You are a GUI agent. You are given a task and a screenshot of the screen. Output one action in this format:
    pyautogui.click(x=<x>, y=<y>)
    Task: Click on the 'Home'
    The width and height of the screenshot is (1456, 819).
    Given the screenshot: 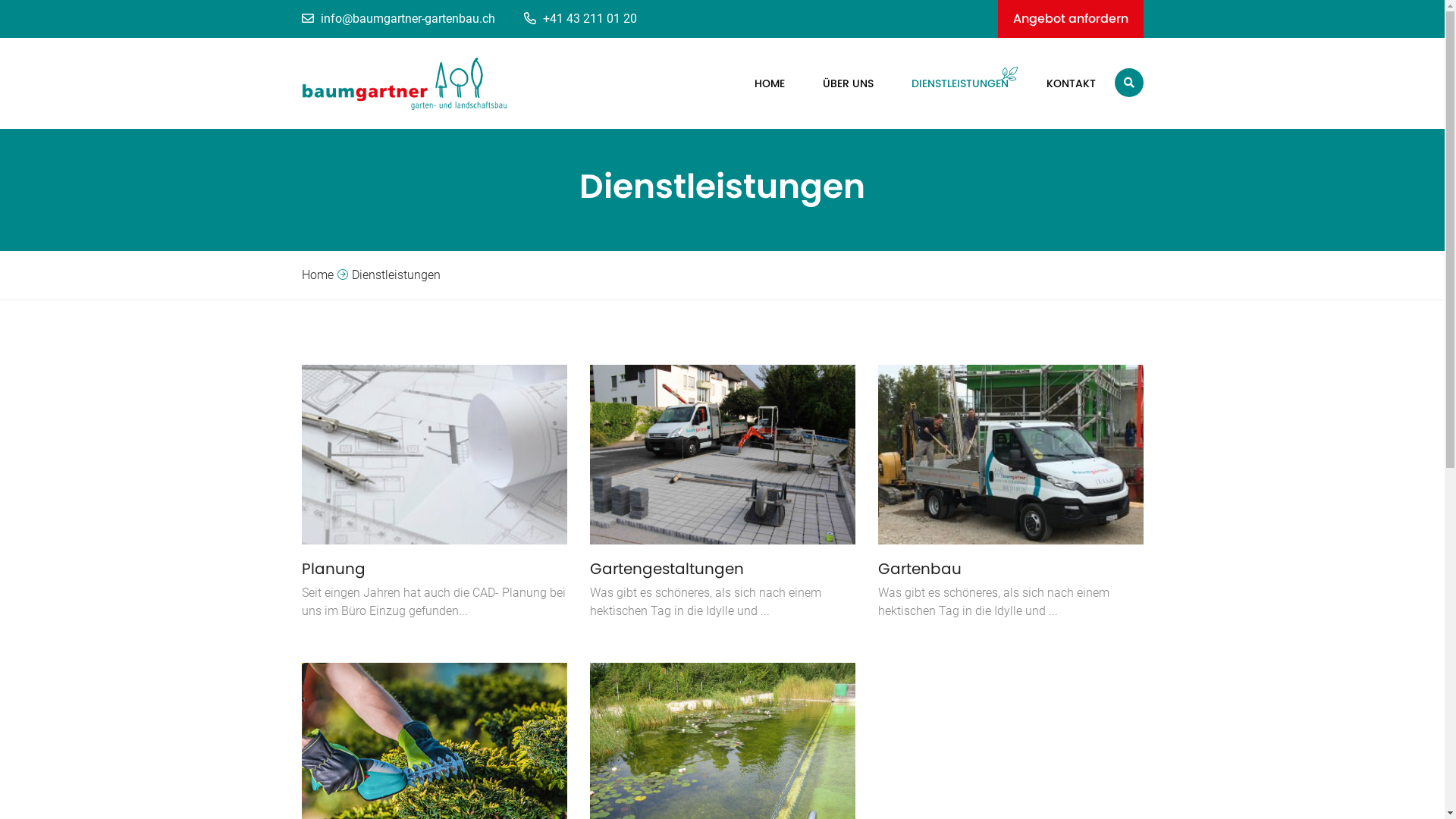 What is the action you would take?
    pyautogui.click(x=316, y=275)
    